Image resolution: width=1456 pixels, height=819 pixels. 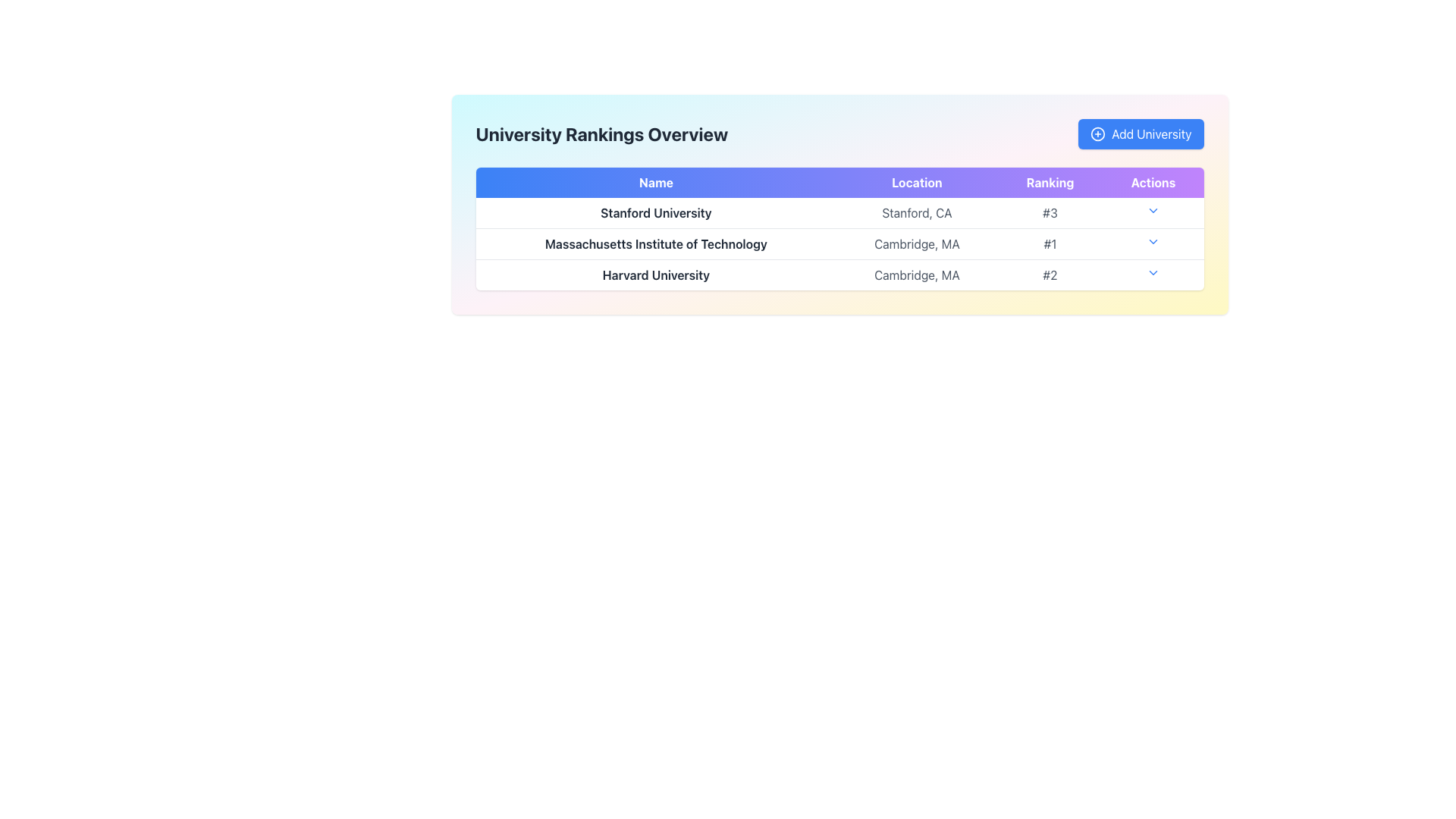 I want to click on the blue downward-pointing chevron in the Actions column of the row labeled 'Massachusetts Institute of Technology', so click(x=1153, y=243).